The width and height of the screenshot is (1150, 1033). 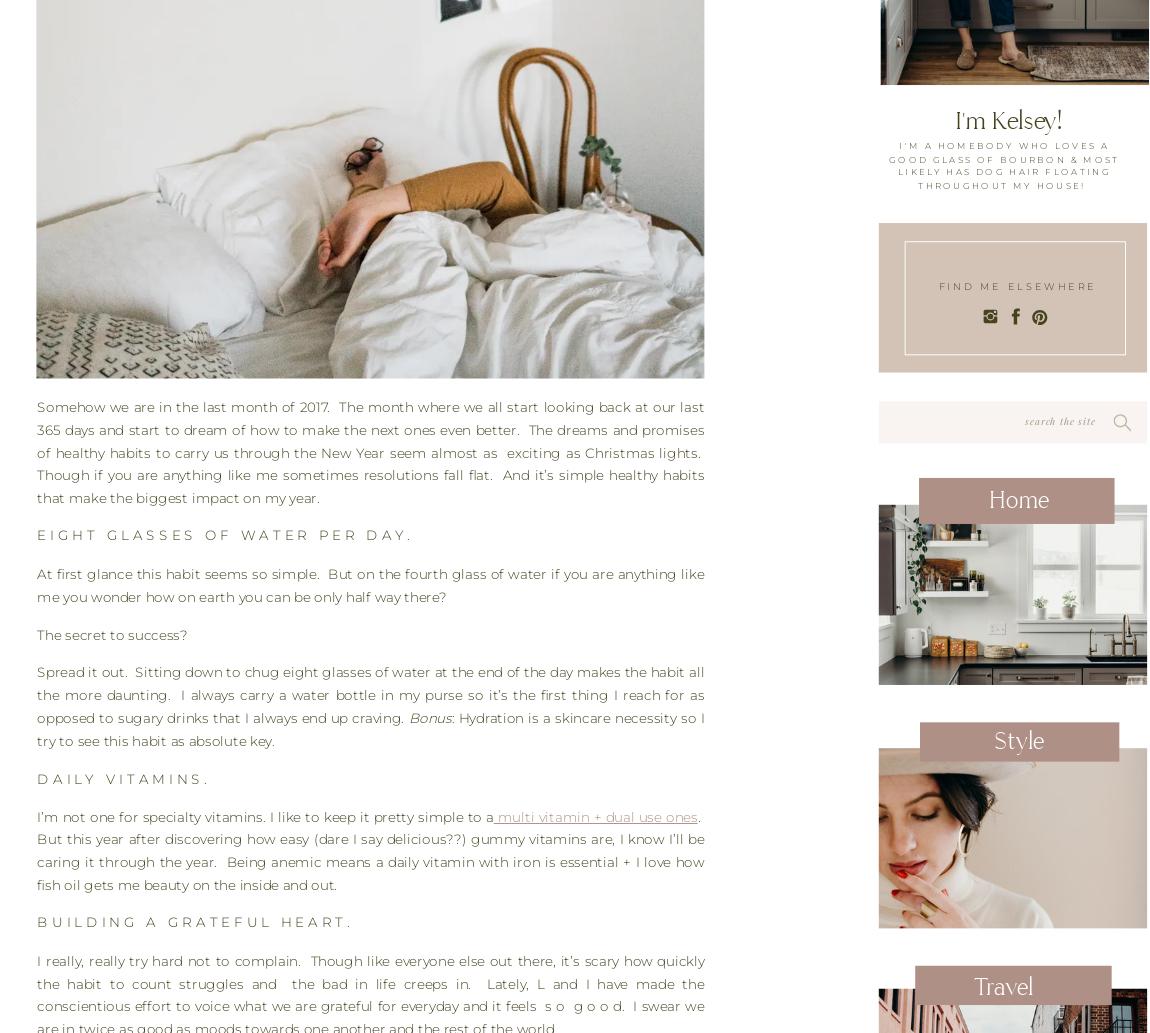 What do you see at coordinates (370, 850) in the screenshot?
I see `'.  But this year after discovering how easy (dare I say delicious??) gummy vitamins are, I know I’ll be caring it through the year.  Being anemic means a daily vitamin with iron is essential + I love how fish oil gets me beauty on the inside and out.'` at bounding box center [370, 850].